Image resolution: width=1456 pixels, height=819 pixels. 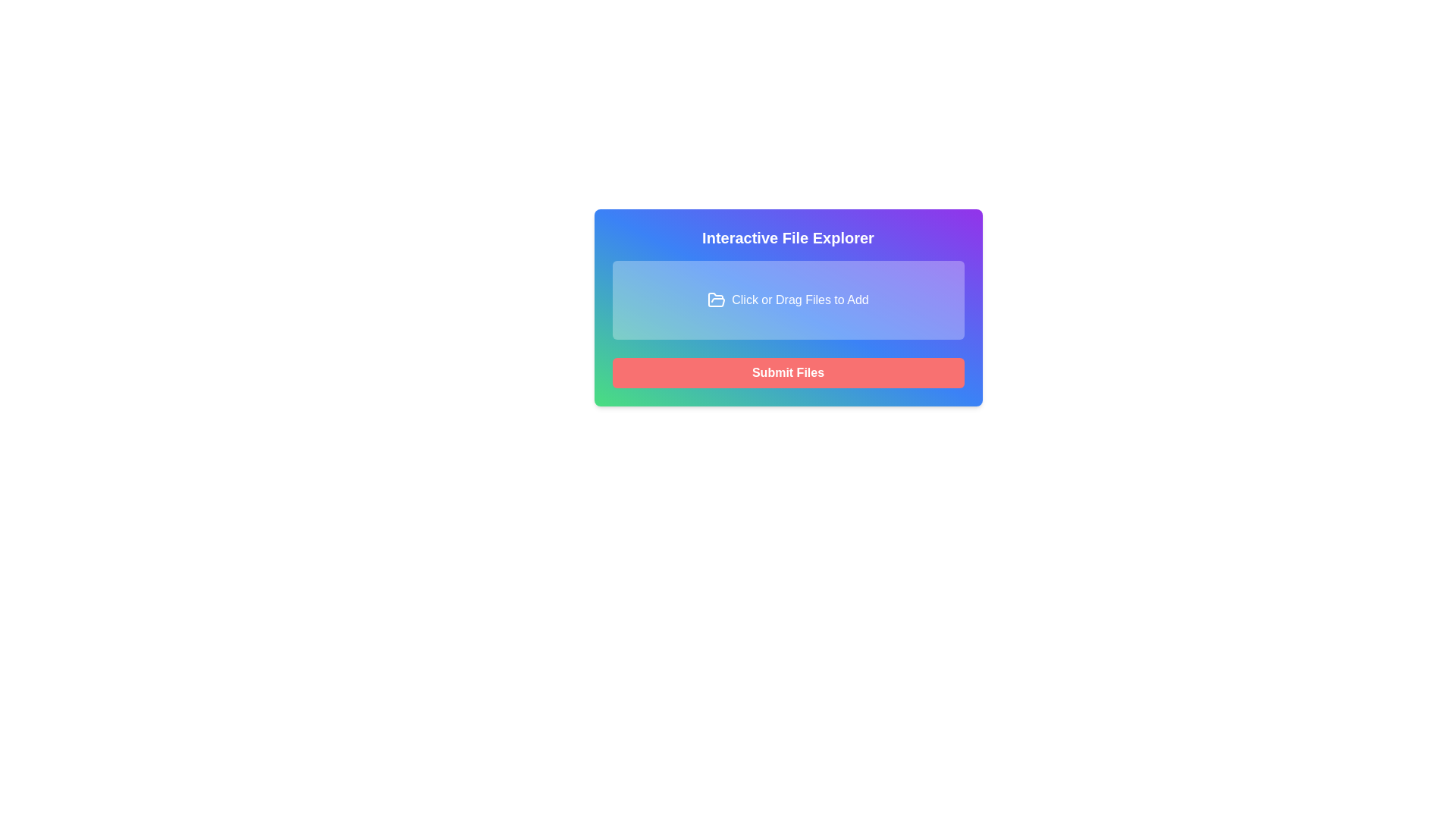 I want to click on the Text Label that provides instructions for the file upload feature, located to the right of the folder icon, so click(x=799, y=300).